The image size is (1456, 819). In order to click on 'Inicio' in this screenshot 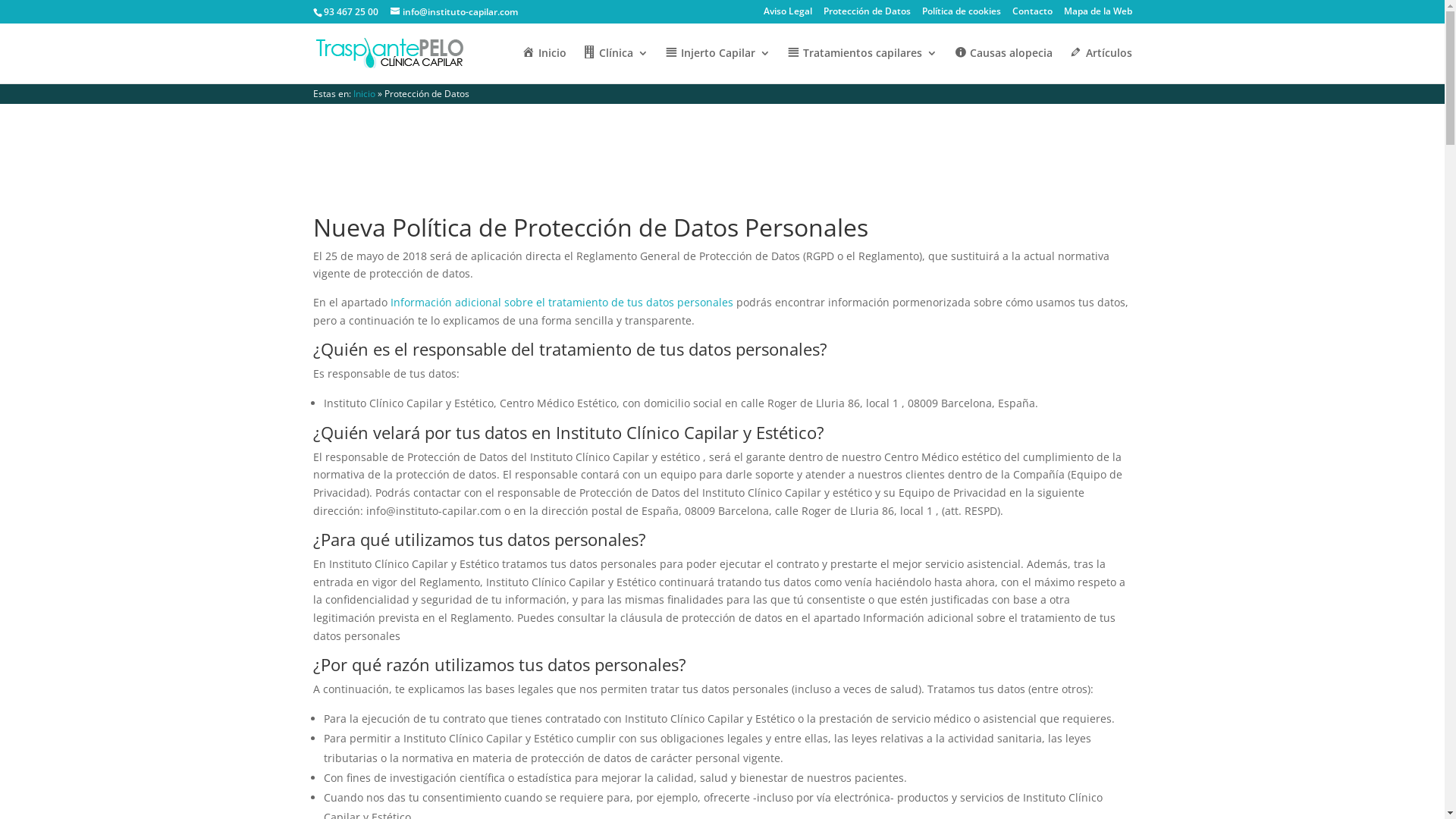, I will do `click(364, 93)`.